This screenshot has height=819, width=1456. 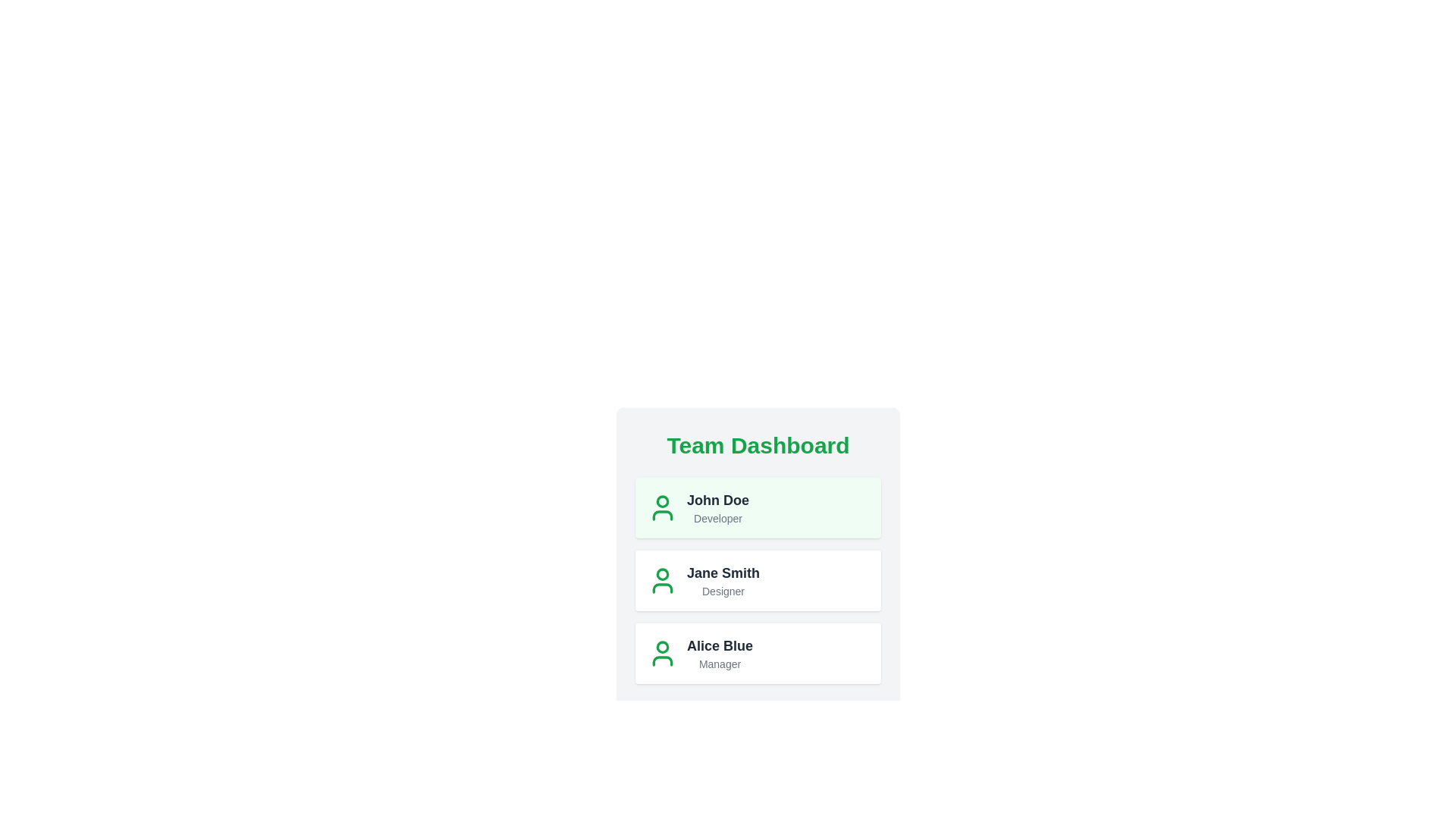 What do you see at coordinates (717, 517) in the screenshot?
I see `the static text label displaying 'Developer', which is positioned directly beneath the name label 'John Doe' and aligned to the left` at bounding box center [717, 517].